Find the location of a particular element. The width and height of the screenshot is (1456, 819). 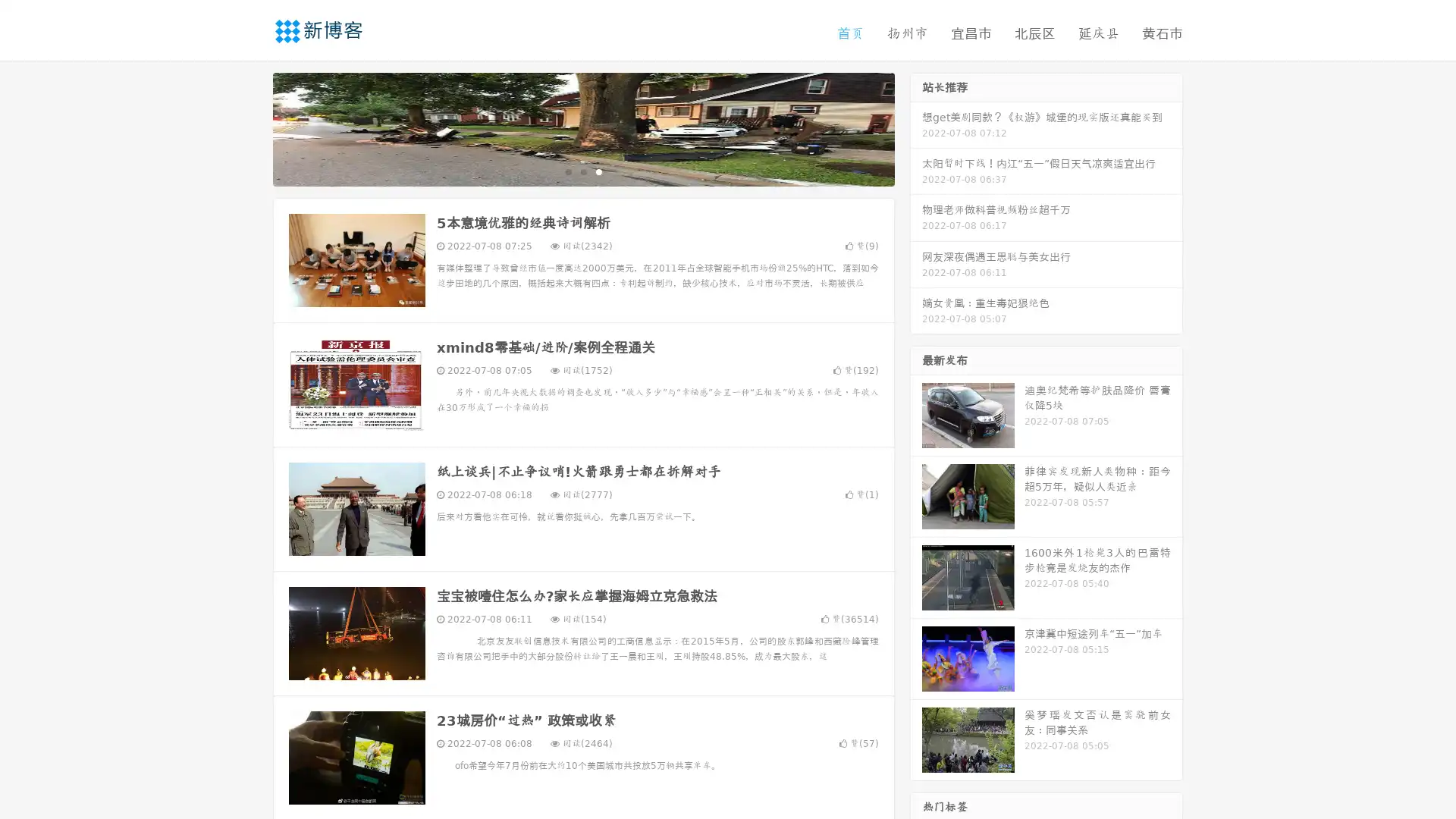

Go to slide 3 is located at coordinates (598, 171).